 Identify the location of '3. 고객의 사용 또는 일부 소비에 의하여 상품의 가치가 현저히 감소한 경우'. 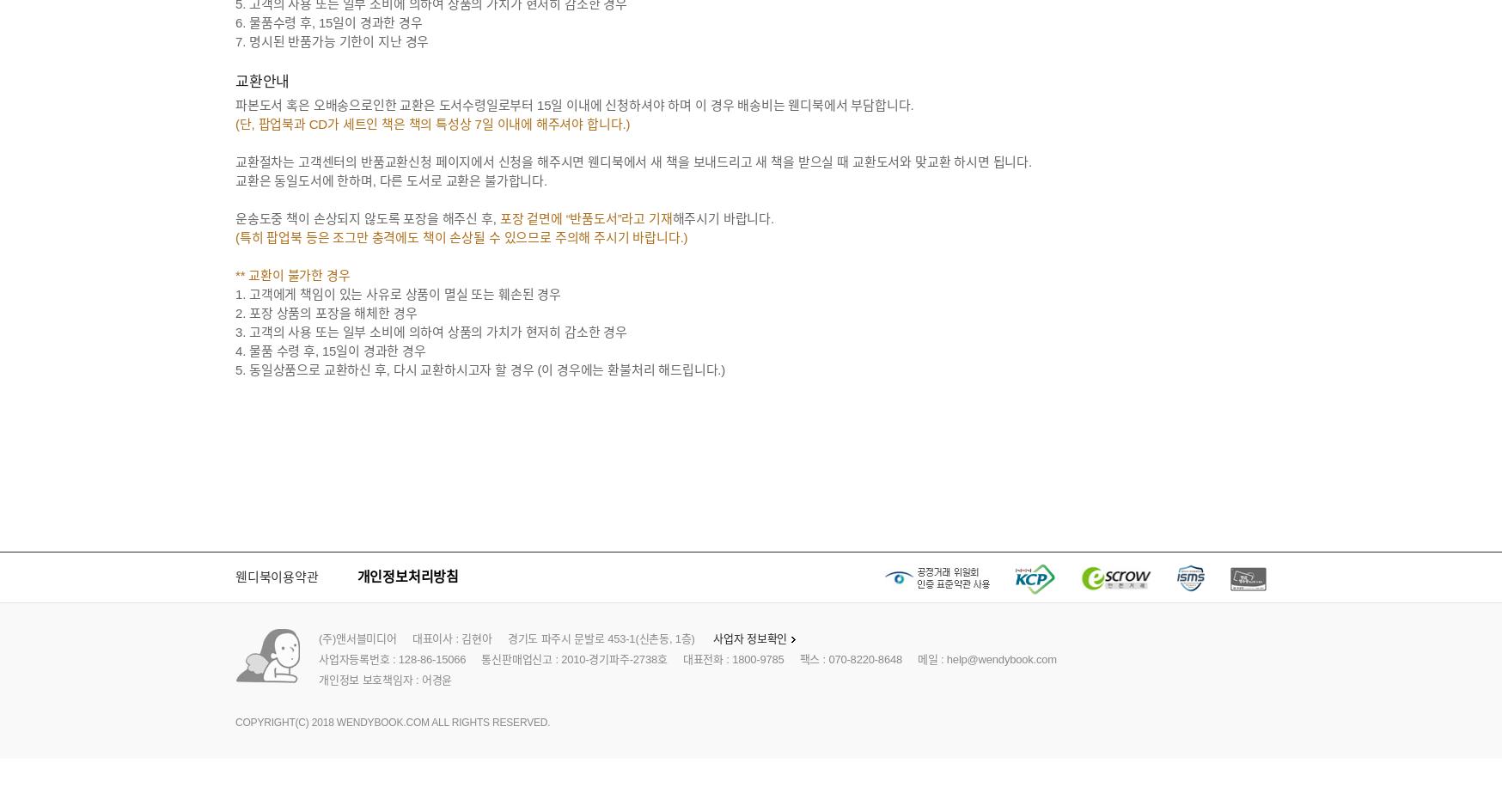
(430, 331).